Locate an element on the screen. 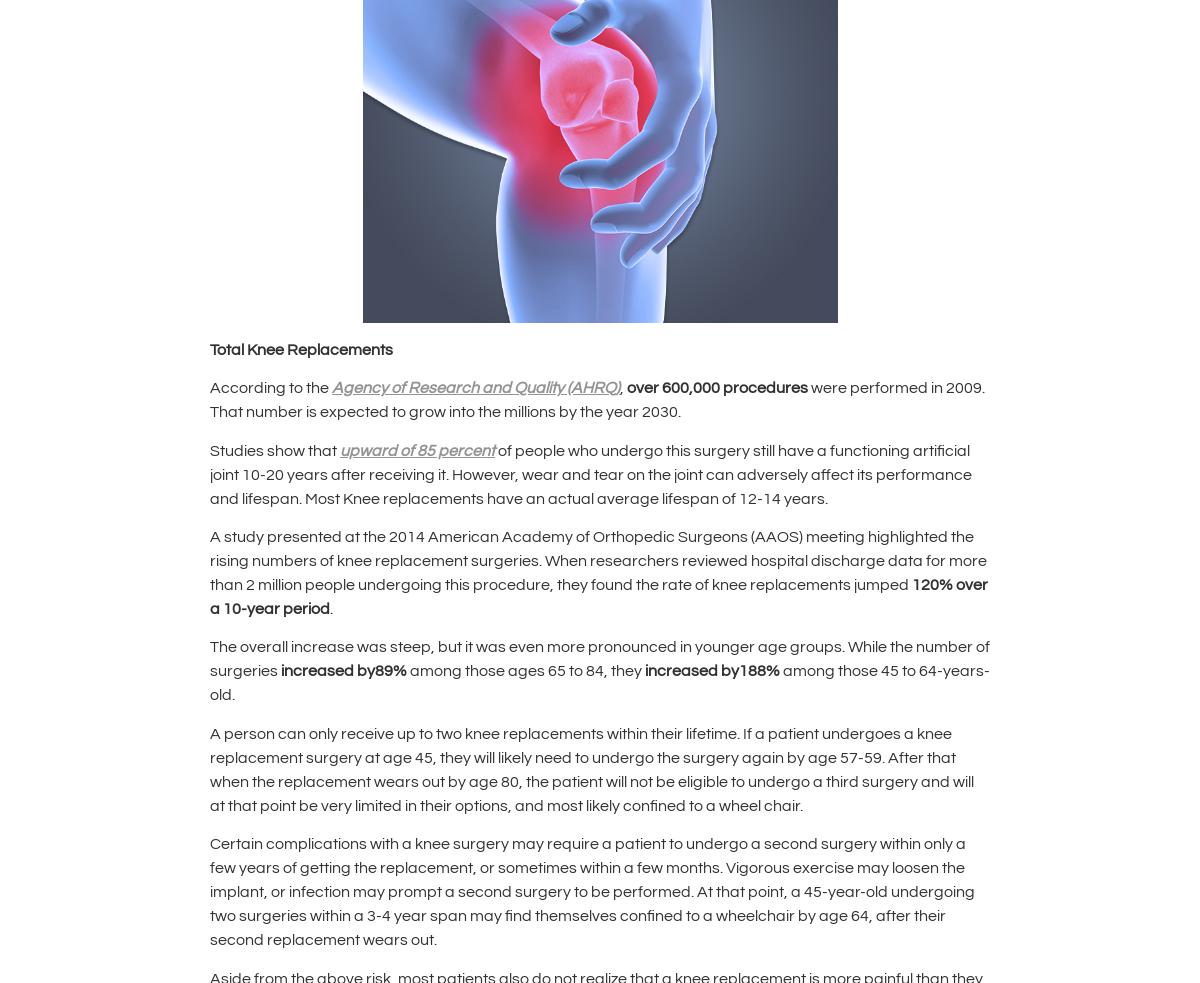  'Agency of Research and Quality (AHRQ)' is located at coordinates (332, 386).